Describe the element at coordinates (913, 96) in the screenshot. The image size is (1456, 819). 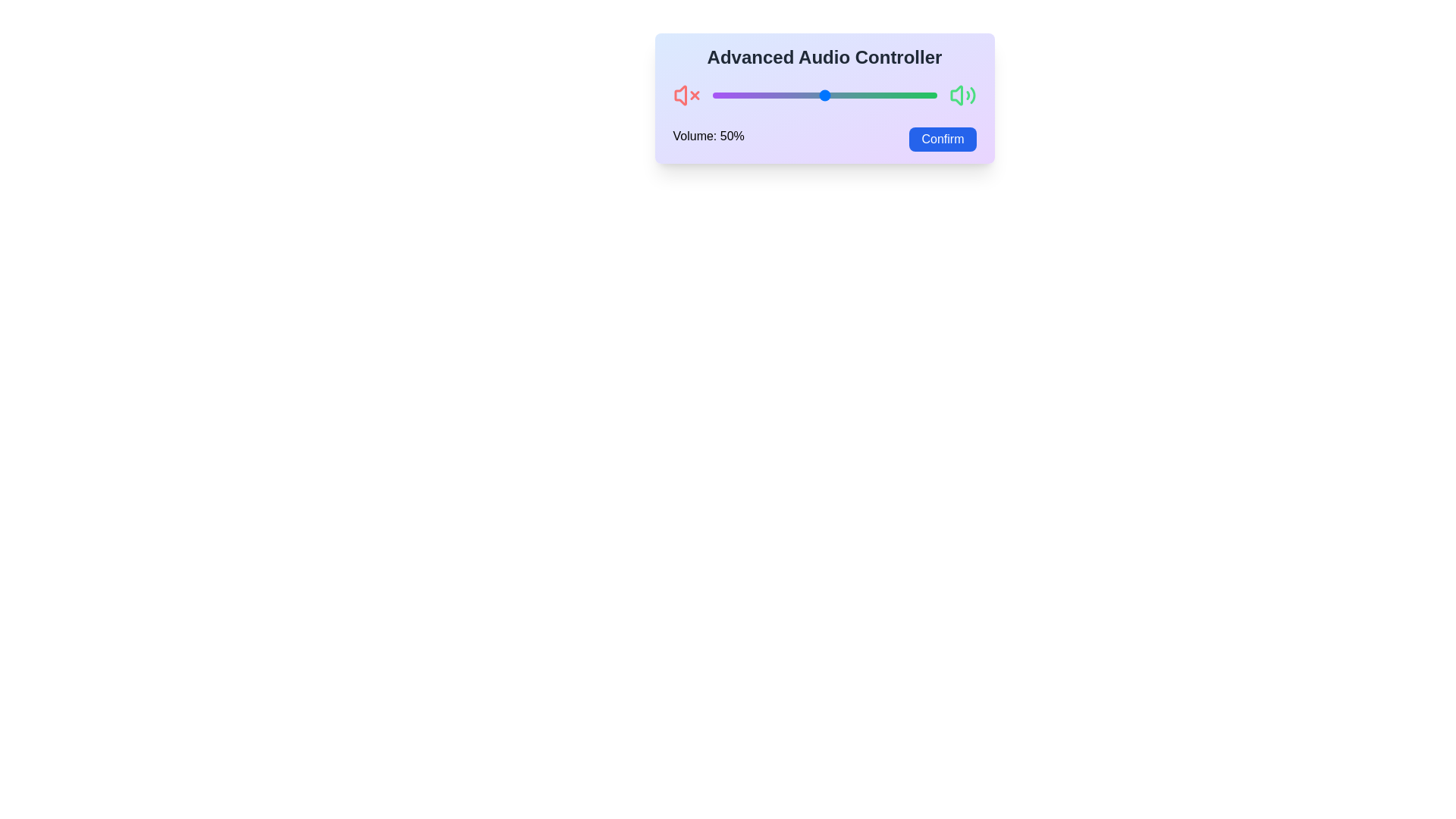
I see `the volume slider to set the volume to 90%` at that location.